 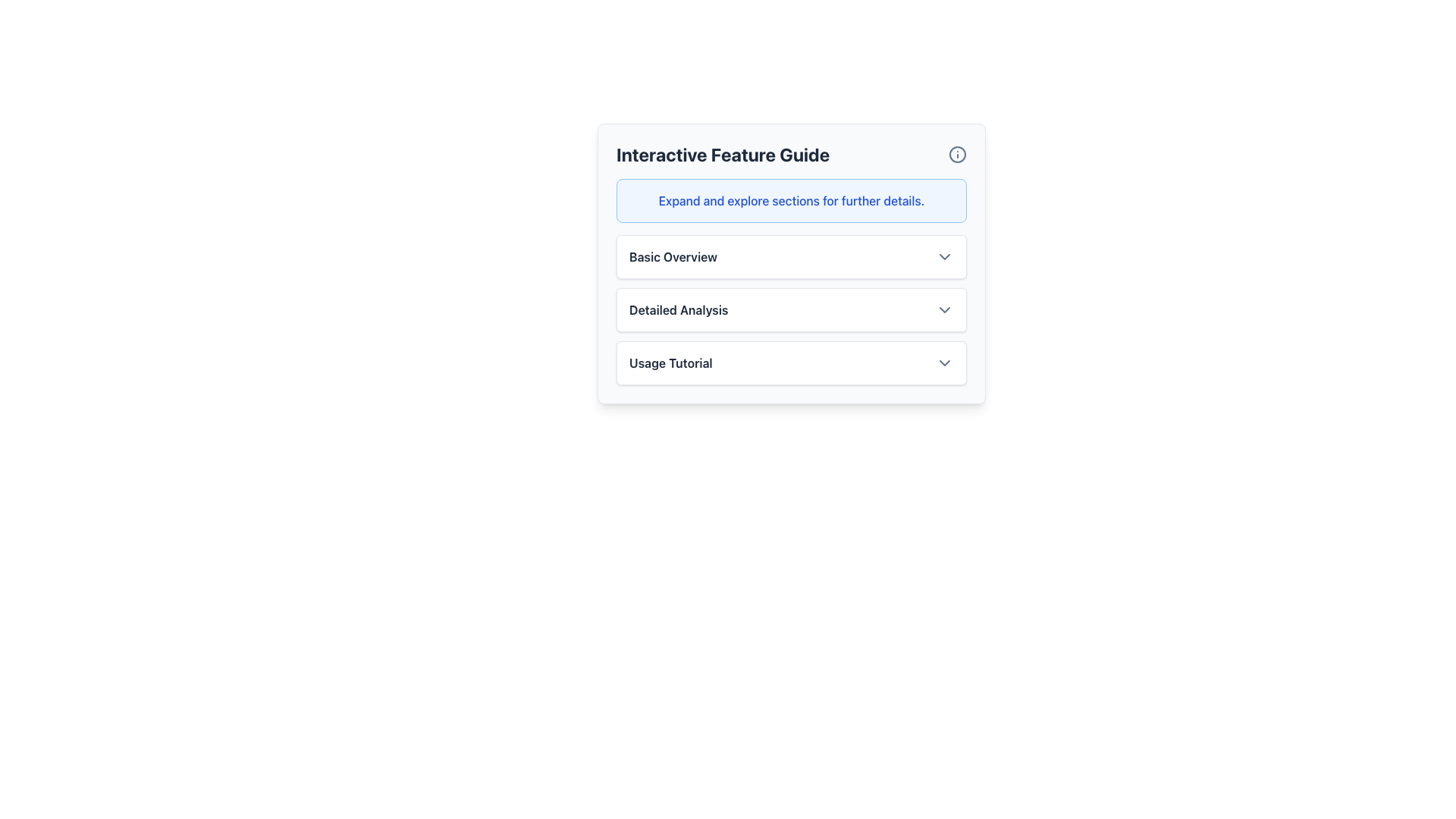 I want to click on the chevron of the Dropdown menu toggle at the top of the 'Interactive Feature Guide', so click(x=790, y=256).